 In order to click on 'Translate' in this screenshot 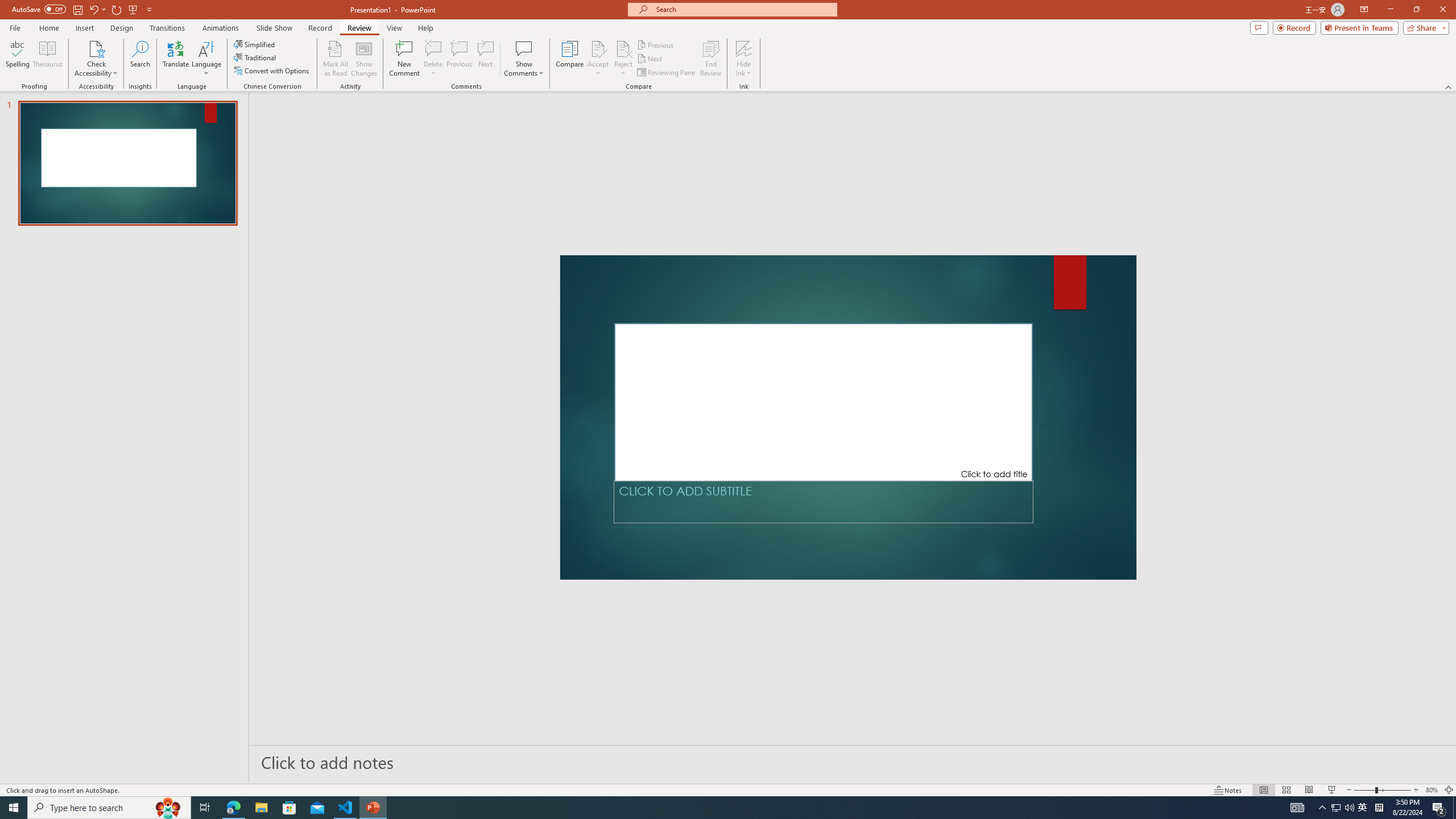, I will do `click(176, 59)`.